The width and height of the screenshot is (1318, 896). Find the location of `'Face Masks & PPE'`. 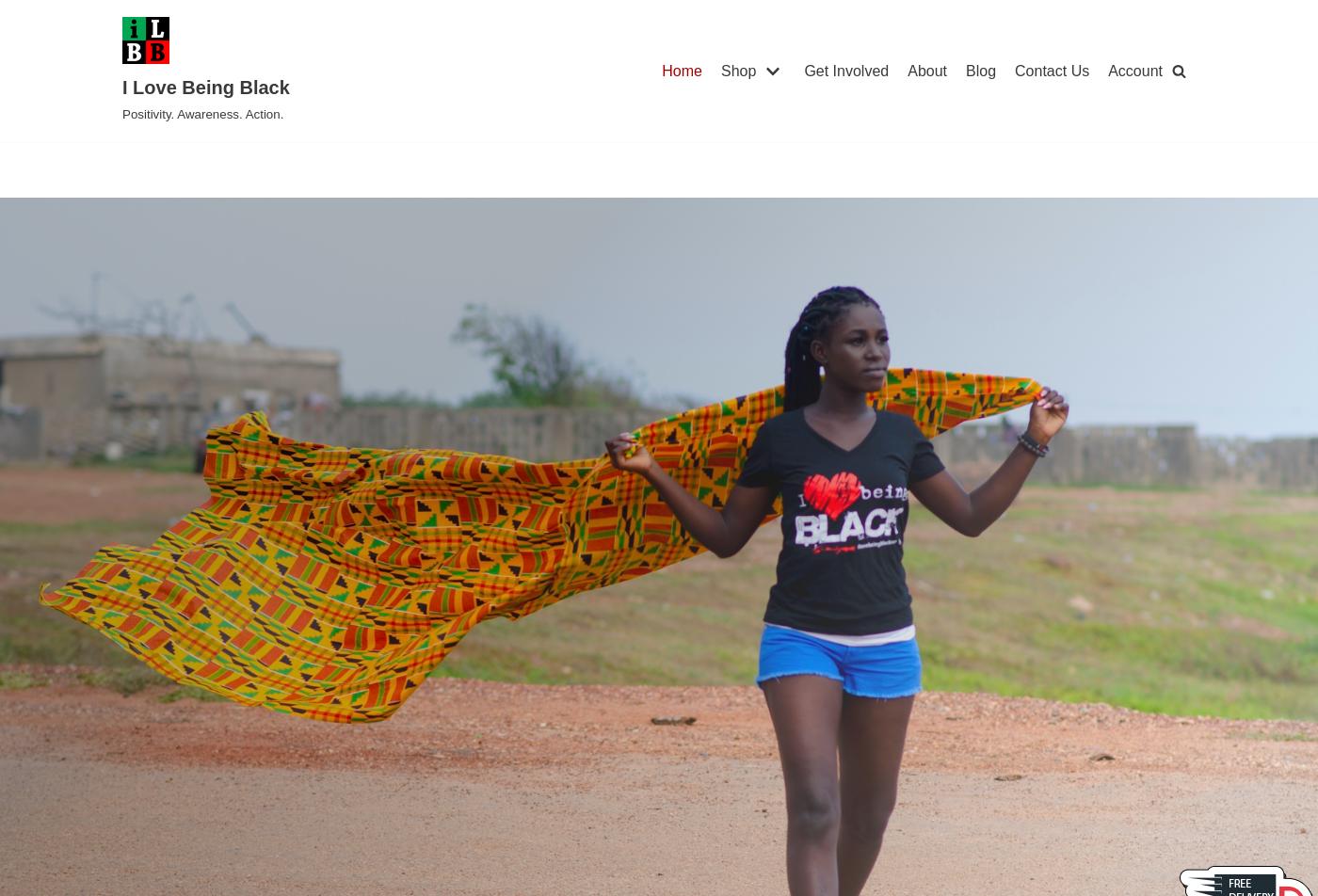

'Face Masks & PPE' is located at coordinates (697, 184).